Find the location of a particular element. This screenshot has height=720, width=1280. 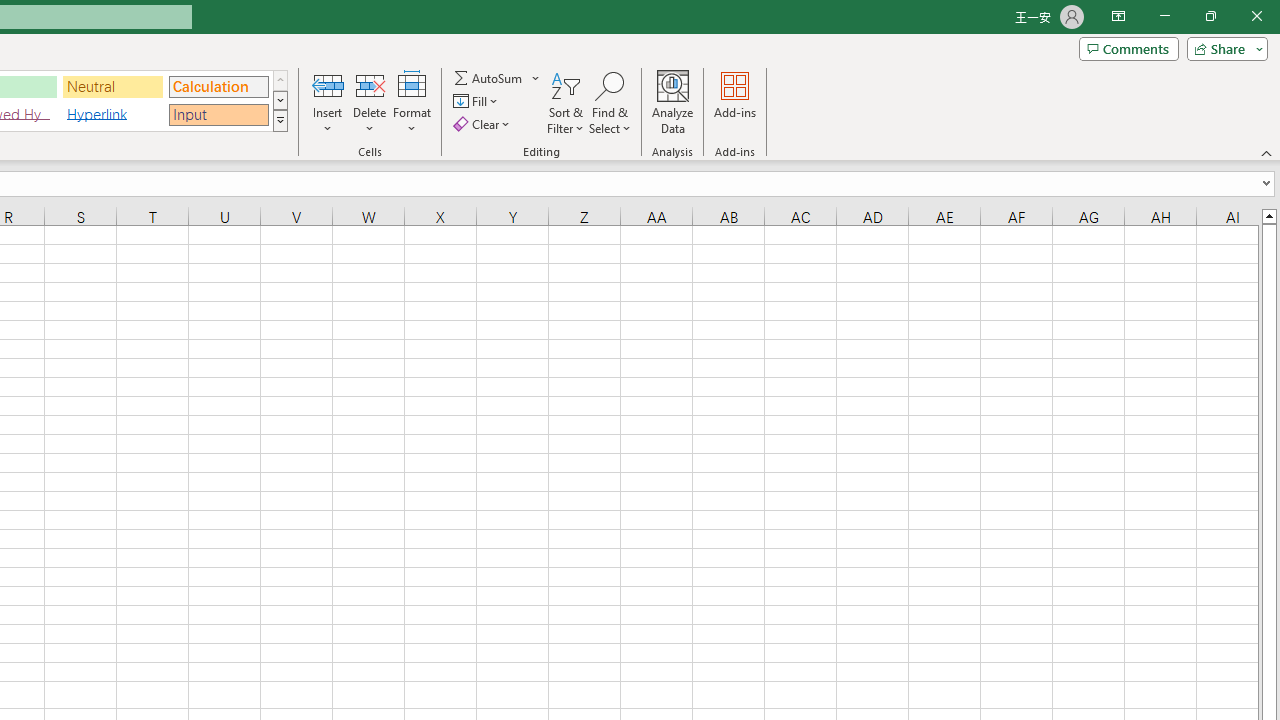

'Delete Cells...' is located at coordinates (369, 84).